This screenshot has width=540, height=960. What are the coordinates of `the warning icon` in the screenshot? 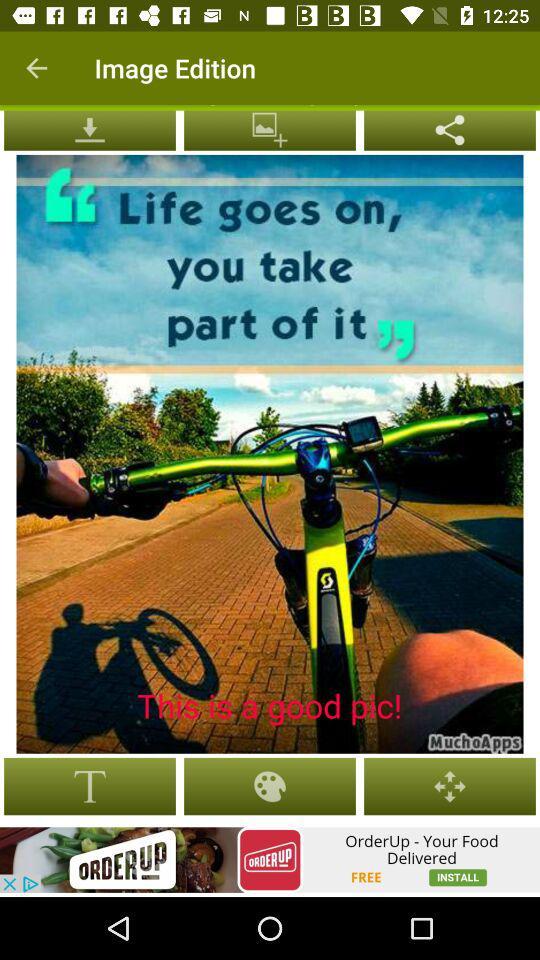 It's located at (89, 128).